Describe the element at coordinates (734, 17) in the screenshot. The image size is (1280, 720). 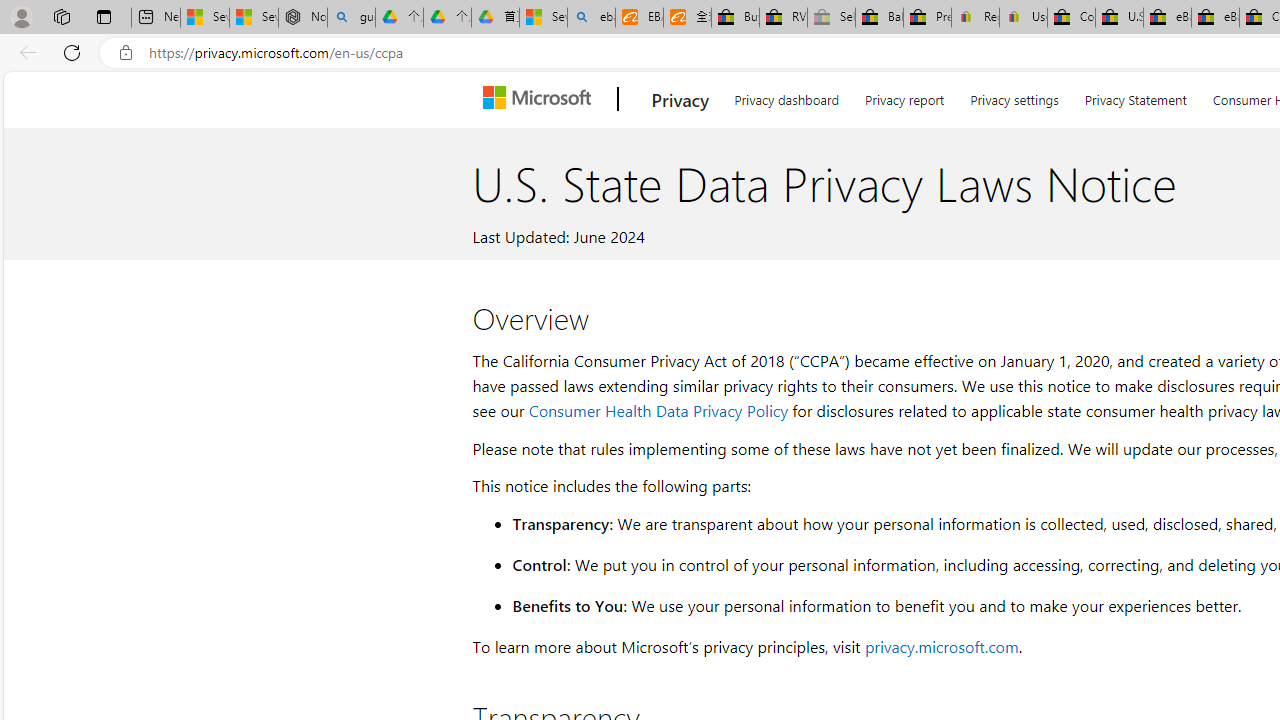
I see `'Buy Auto Parts & Accessories | eBay'` at that location.